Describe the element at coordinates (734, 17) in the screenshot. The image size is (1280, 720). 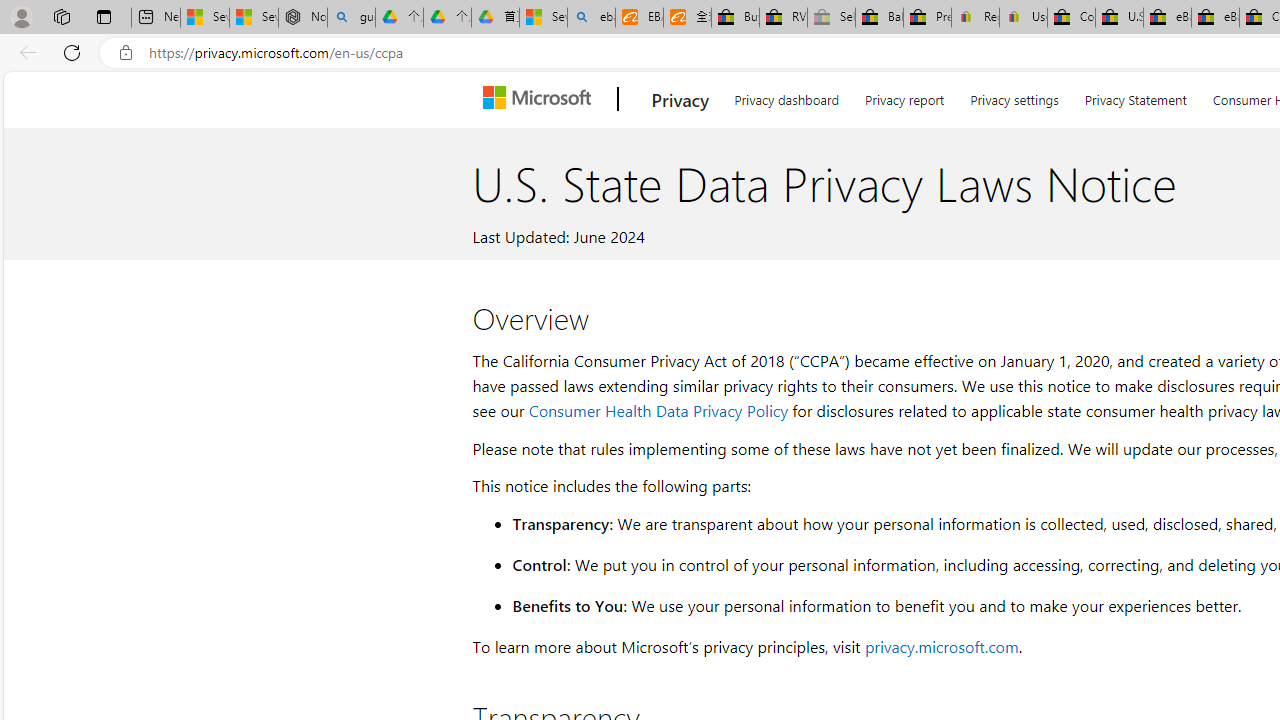
I see `'Buy Auto Parts & Accessories | eBay'` at that location.